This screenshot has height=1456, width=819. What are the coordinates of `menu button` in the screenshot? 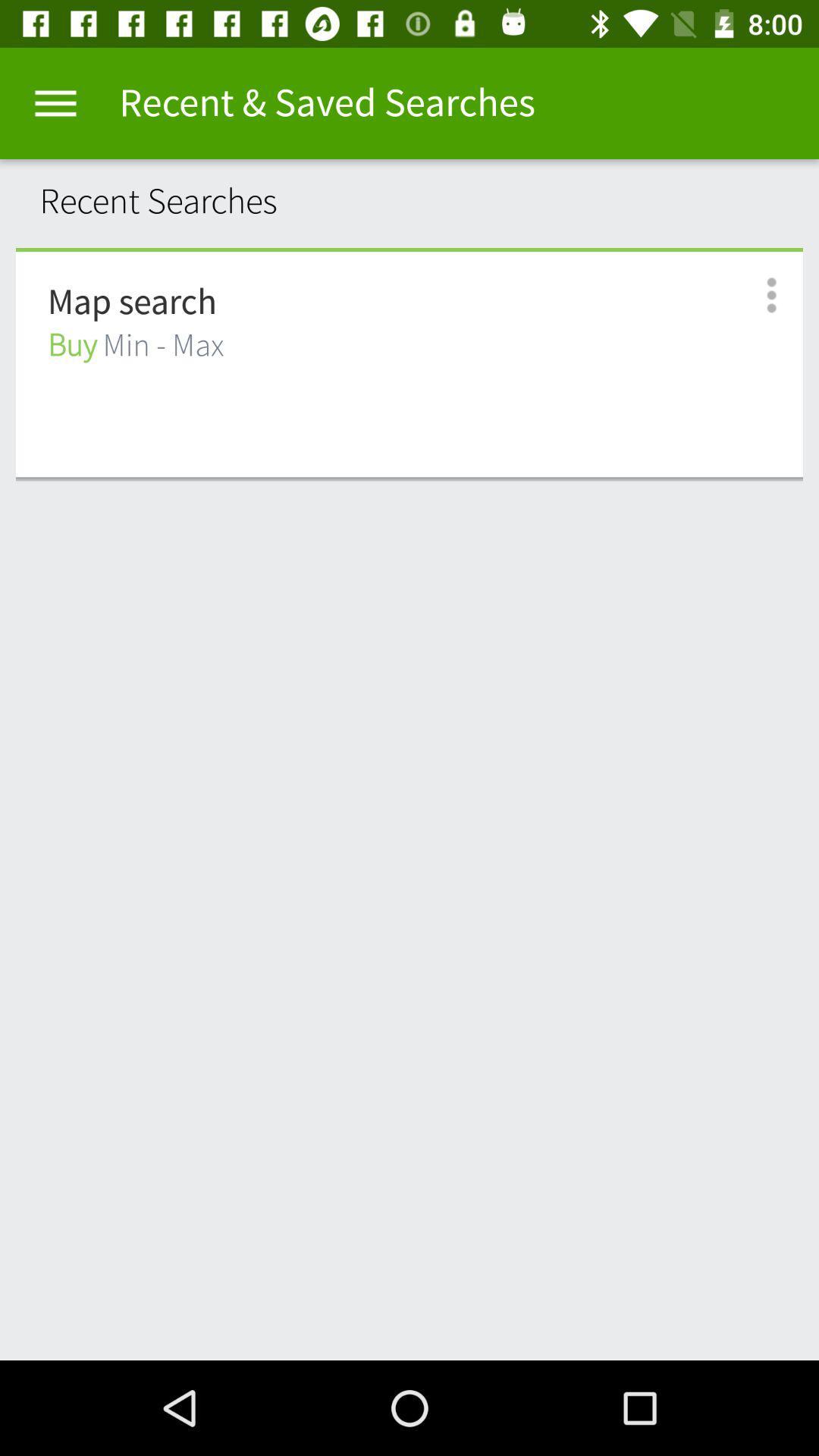 It's located at (55, 102).